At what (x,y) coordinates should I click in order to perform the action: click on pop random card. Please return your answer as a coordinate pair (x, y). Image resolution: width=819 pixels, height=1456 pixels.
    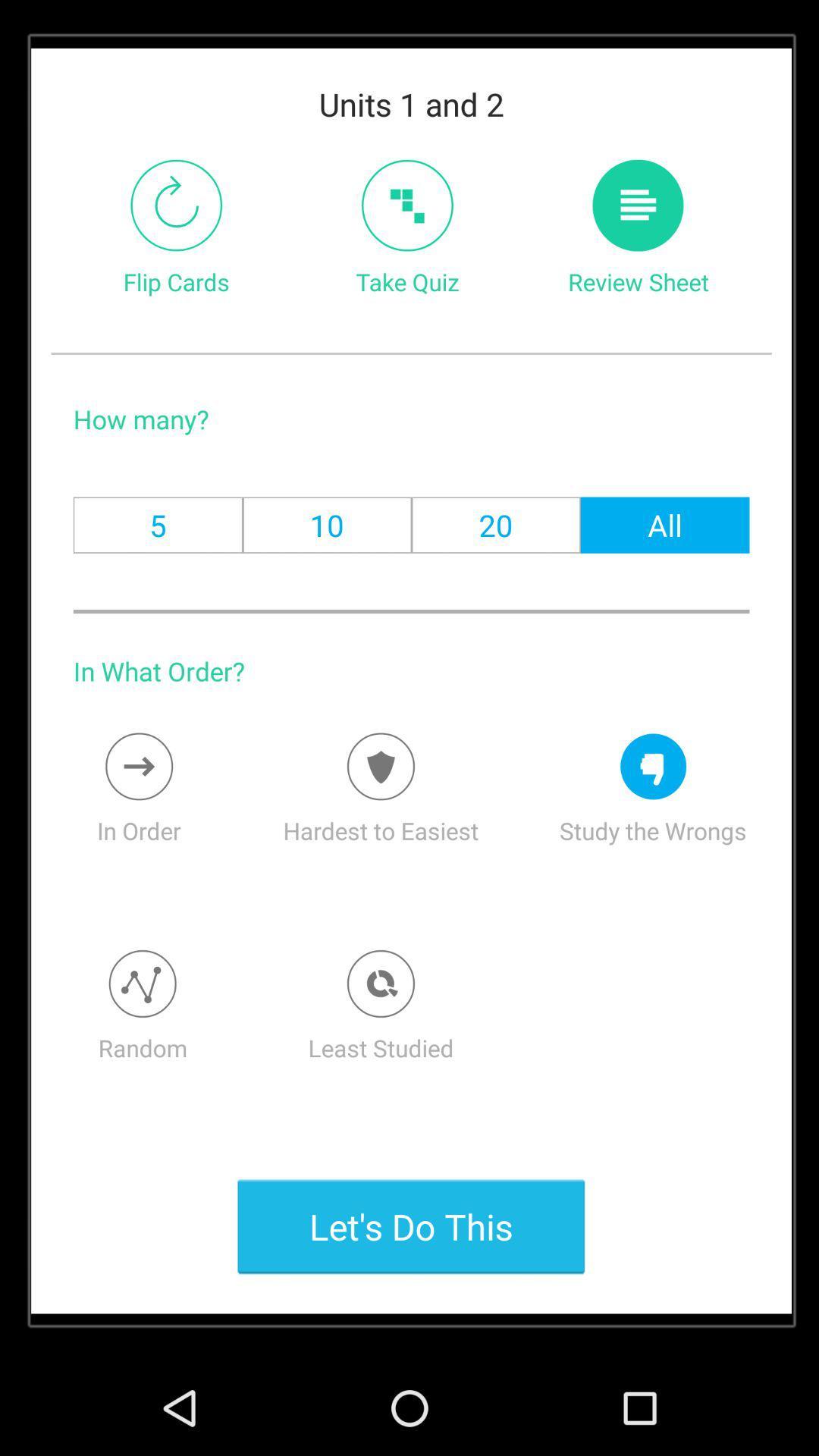
    Looking at the image, I should click on (143, 984).